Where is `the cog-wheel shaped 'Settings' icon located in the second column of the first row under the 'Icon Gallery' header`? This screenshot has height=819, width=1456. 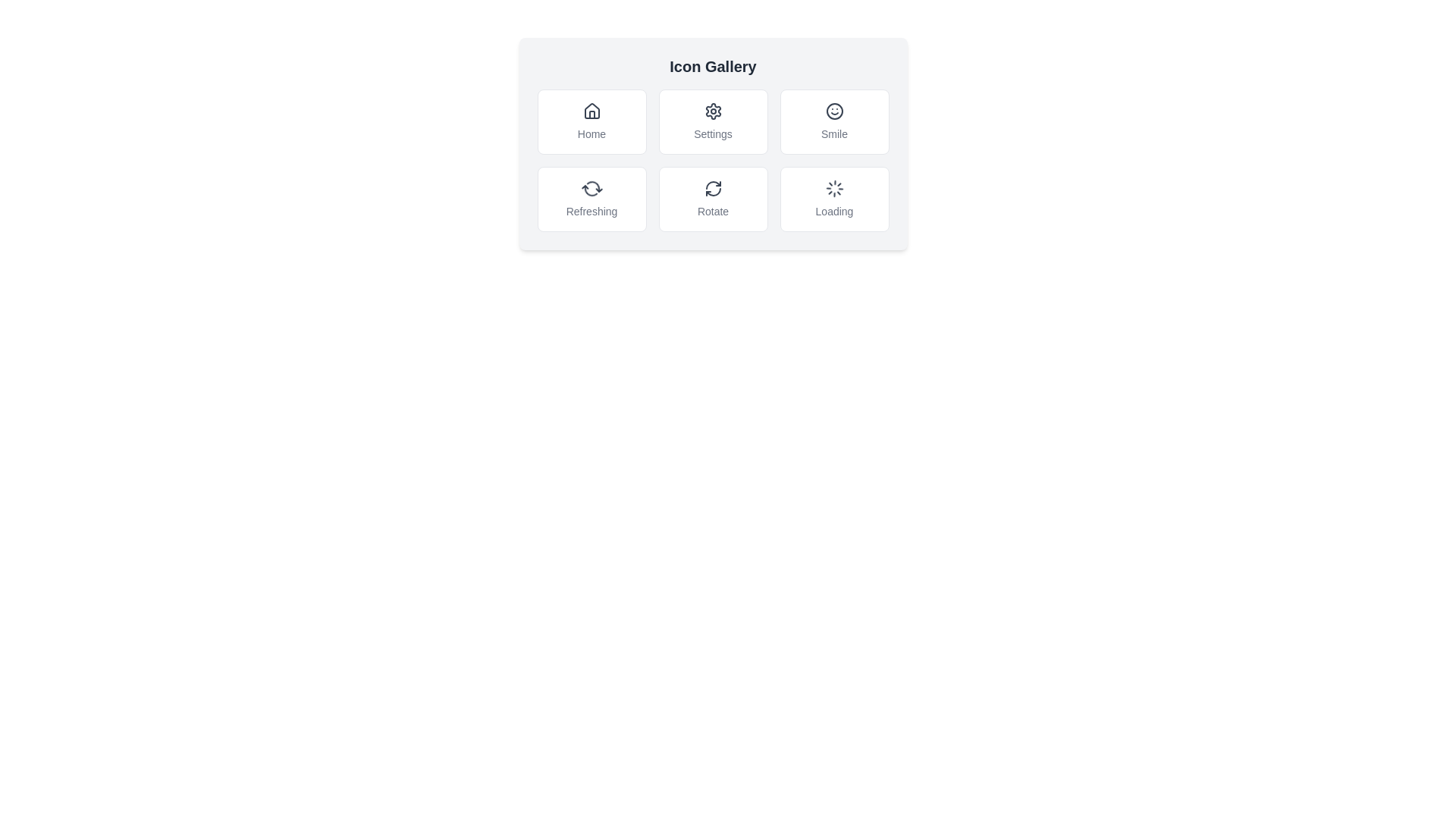 the cog-wheel shaped 'Settings' icon located in the second column of the first row under the 'Icon Gallery' header is located at coordinates (712, 110).